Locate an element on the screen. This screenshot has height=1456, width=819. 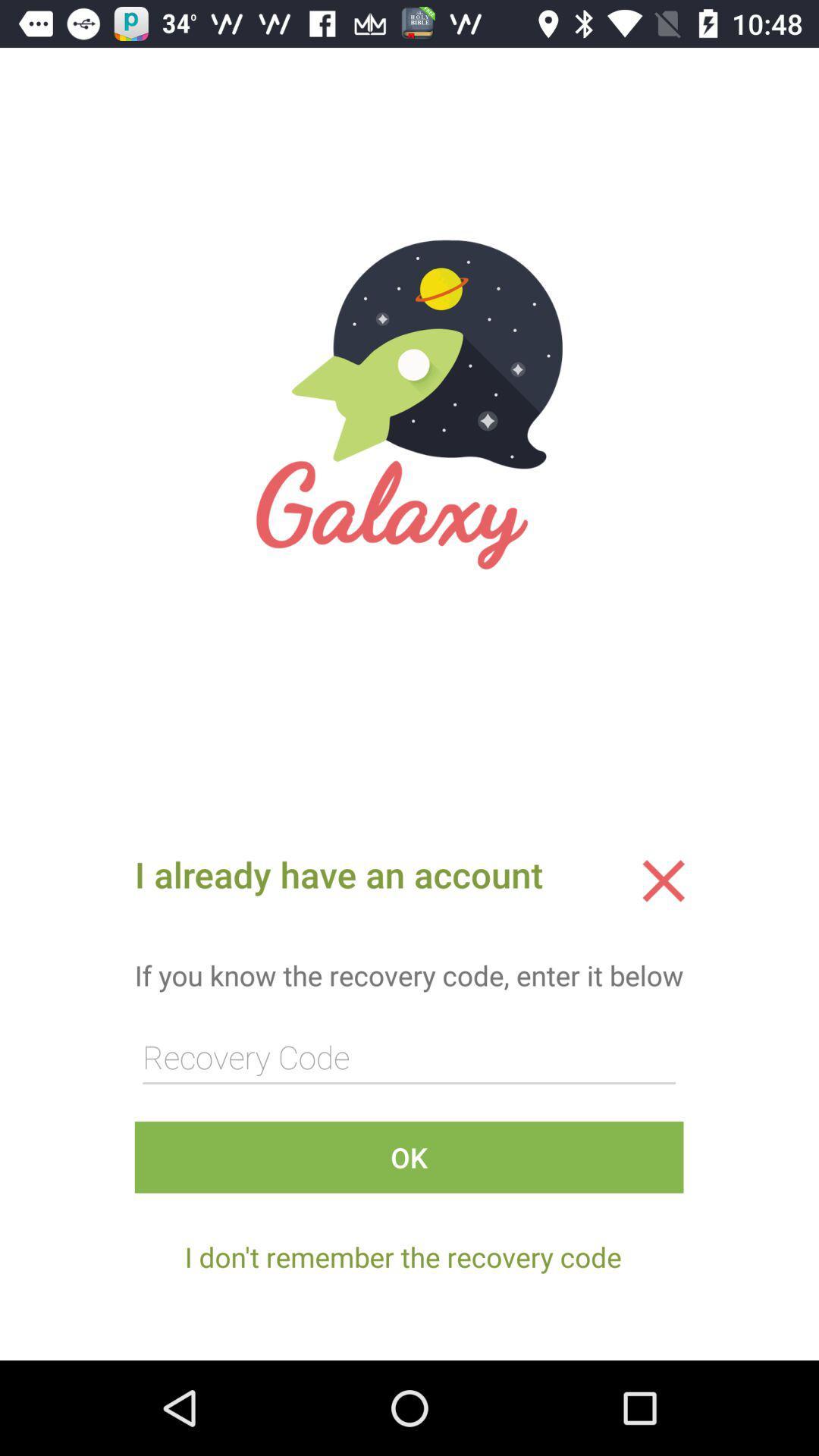
cancel option is located at coordinates (663, 880).